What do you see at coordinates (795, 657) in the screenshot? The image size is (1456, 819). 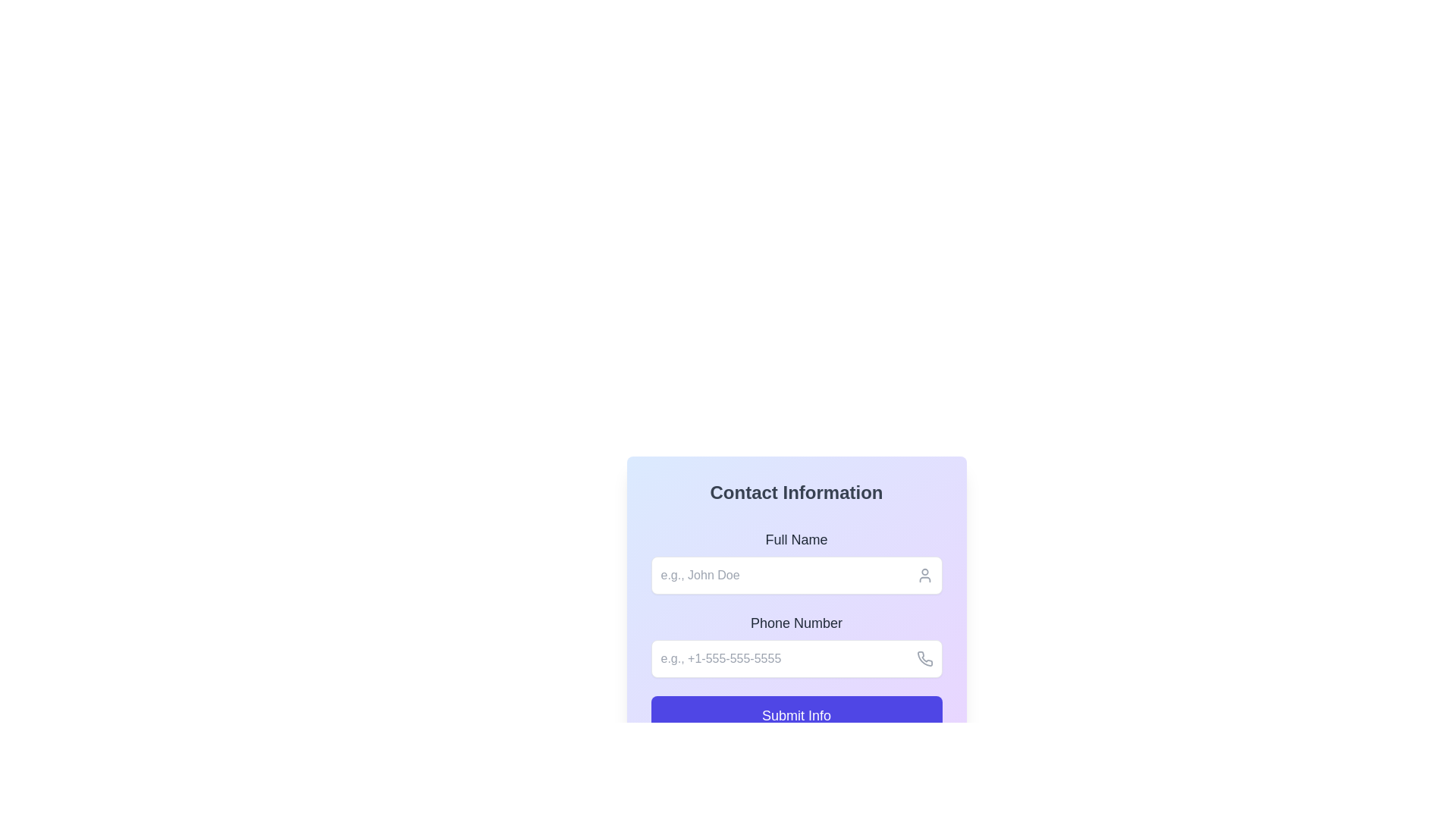 I see `and delete the content of the text input field styled with a light background and surrounded by a thin border, which has a placeholder text reading 'e.g., +1-555-555-5555'` at bounding box center [795, 657].